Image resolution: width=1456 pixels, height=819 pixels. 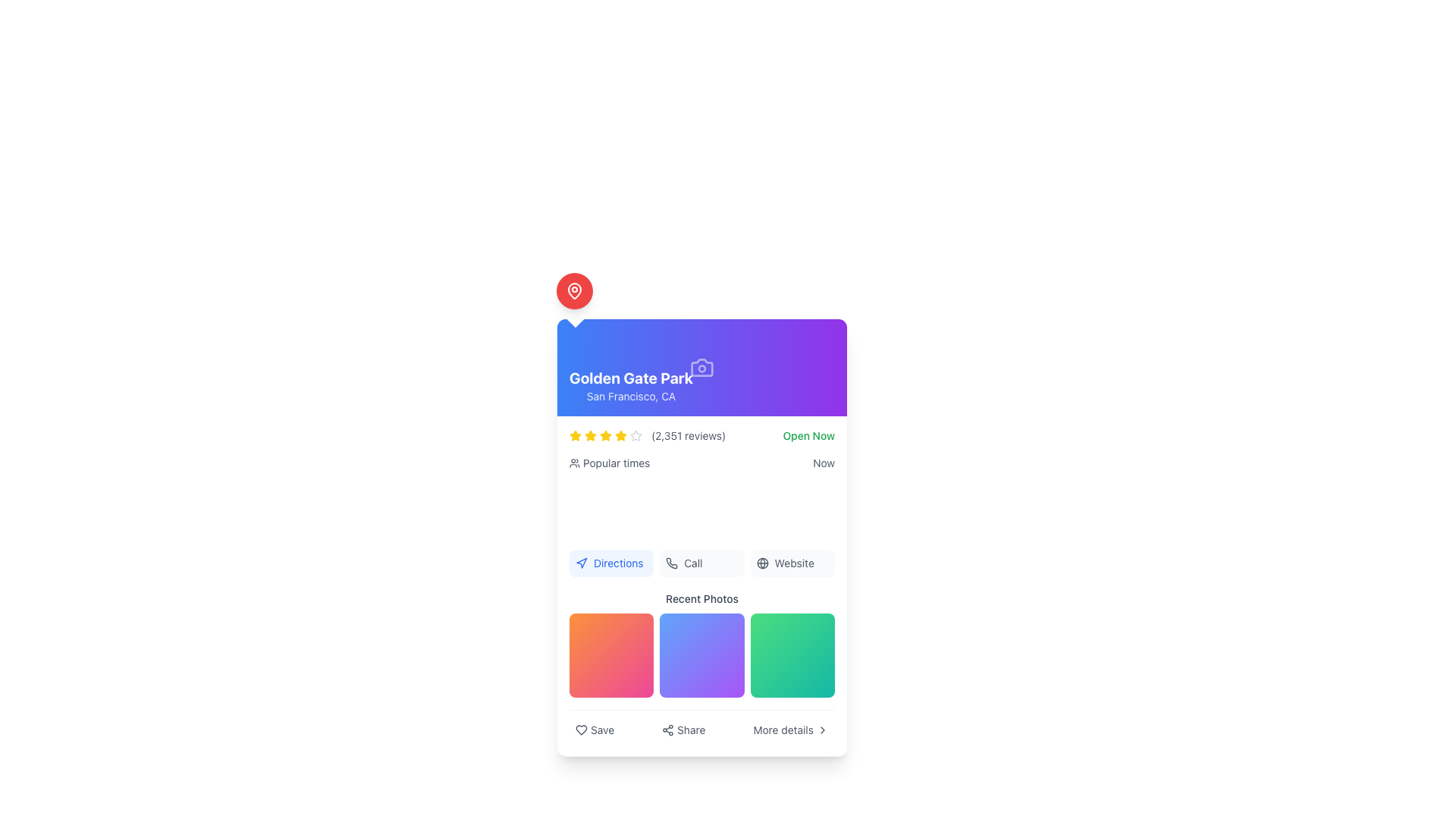 What do you see at coordinates (821, 730) in the screenshot?
I see `the arrow icon located on the right side of the 'More details' button` at bounding box center [821, 730].